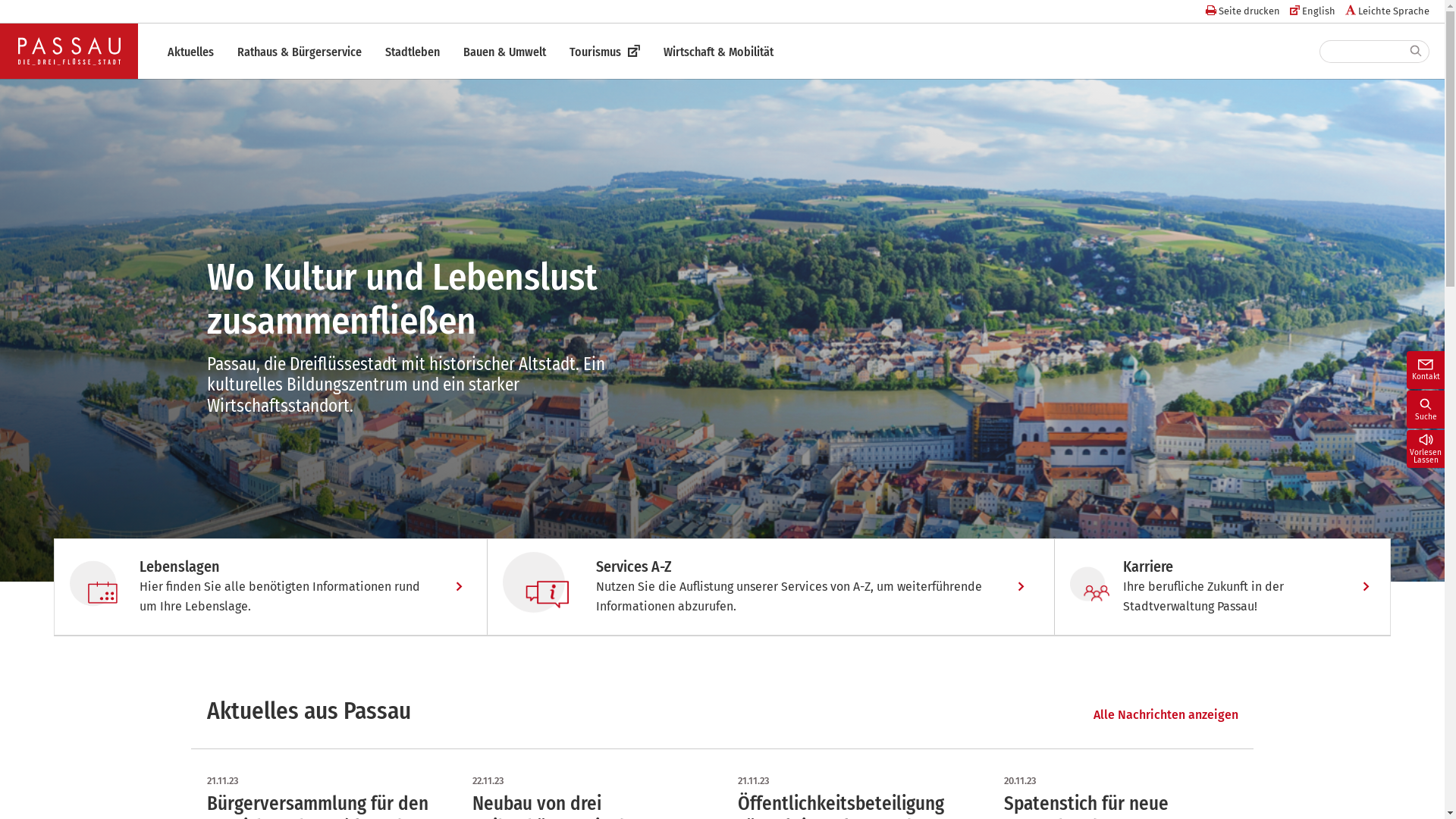  Describe the element at coordinates (412, 52) in the screenshot. I see `'Stadtleben'` at that location.